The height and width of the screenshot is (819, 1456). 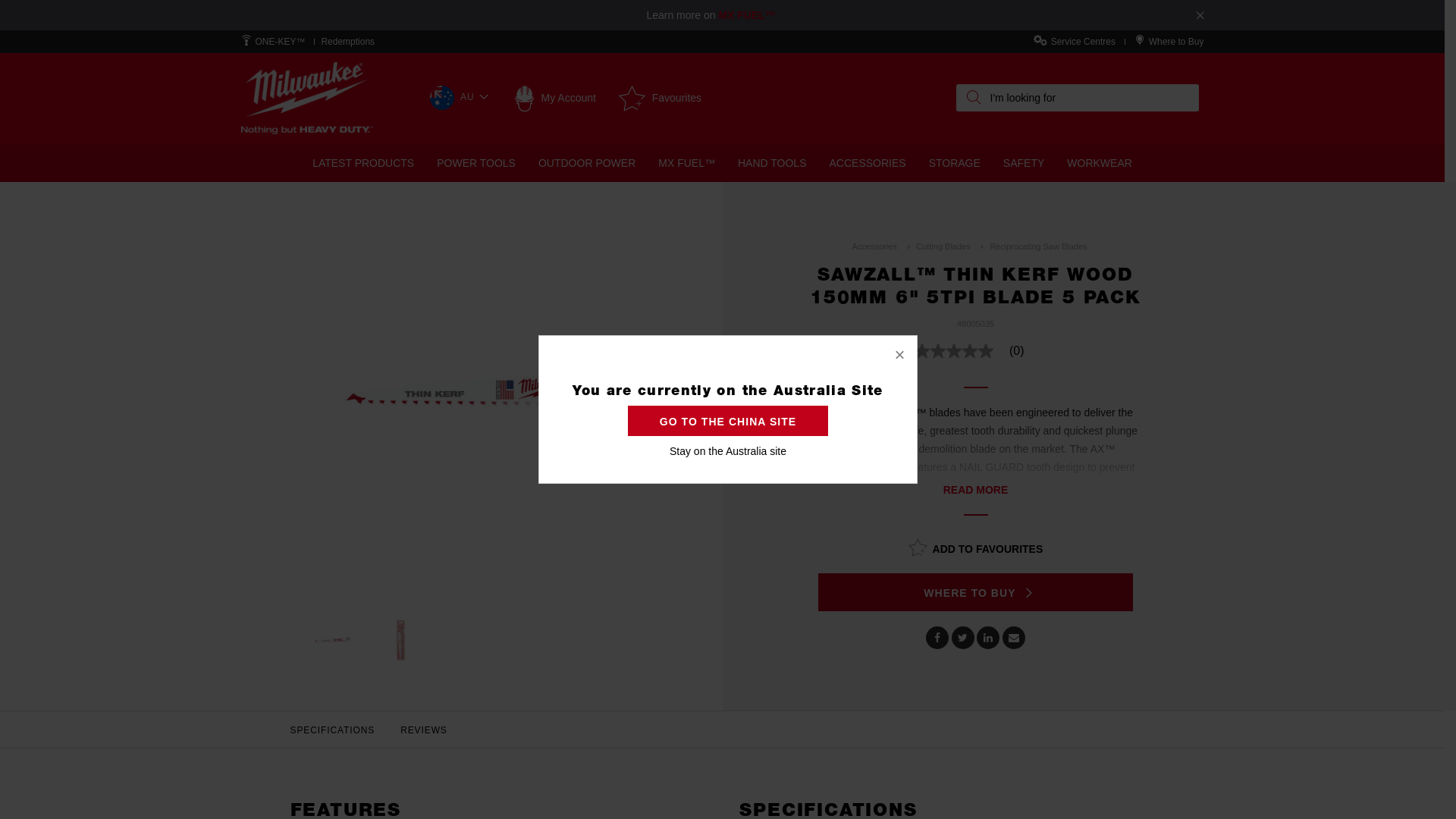 What do you see at coordinates (618, 97) in the screenshot?
I see `'Favourites'` at bounding box center [618, 97].